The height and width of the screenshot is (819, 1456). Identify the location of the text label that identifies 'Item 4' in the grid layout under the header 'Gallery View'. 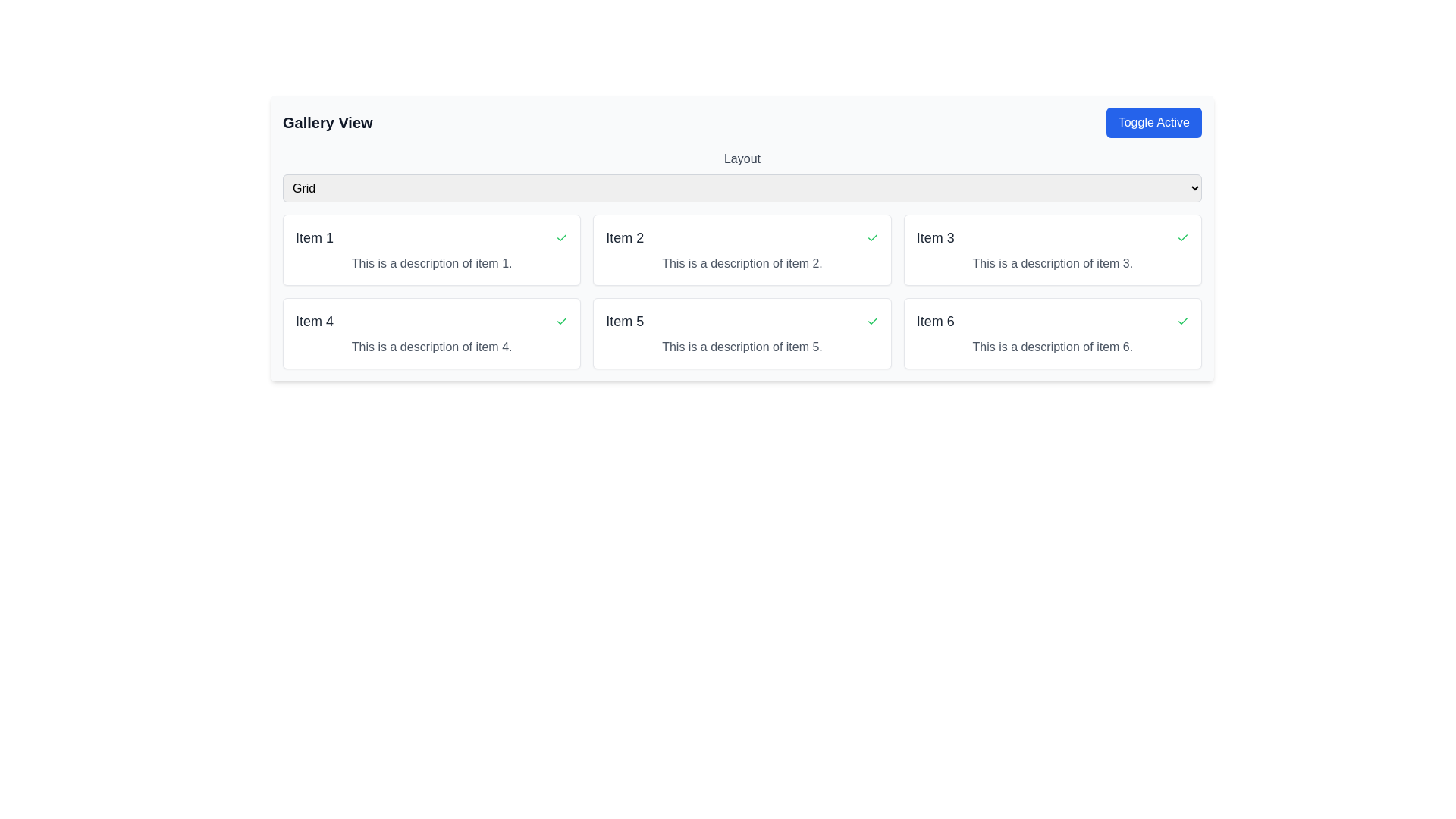
(314, 321).